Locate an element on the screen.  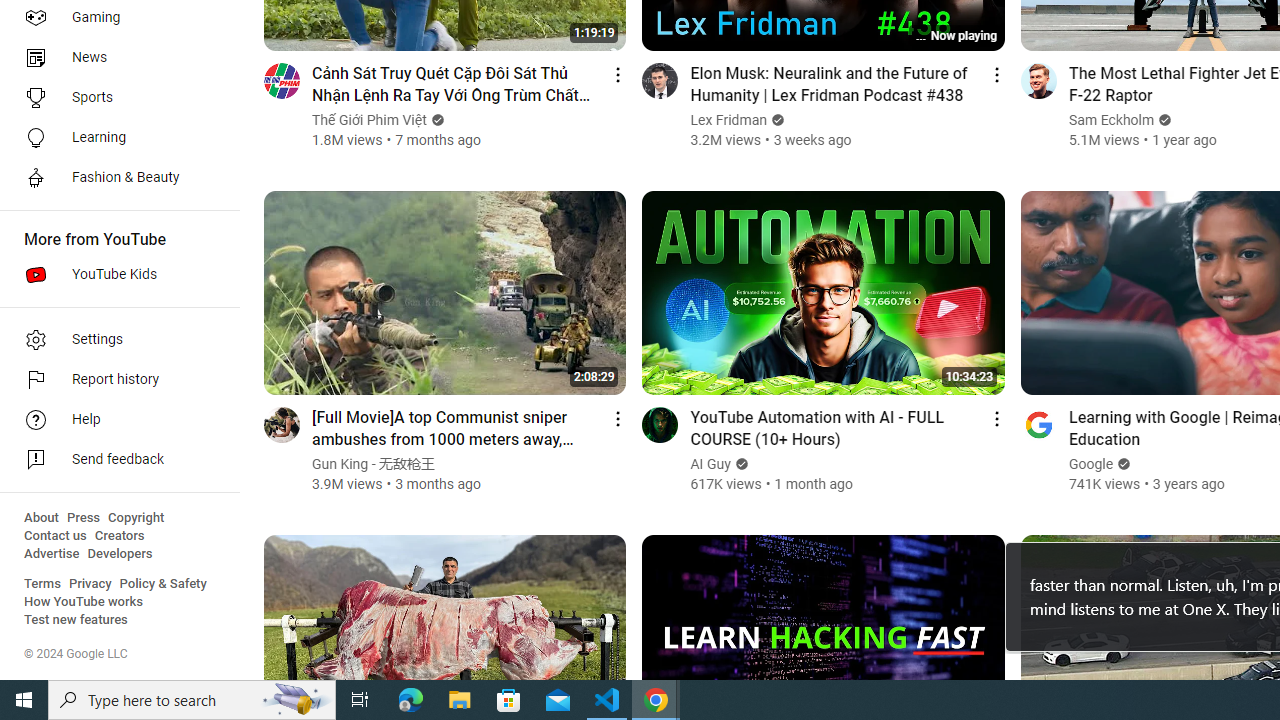
'Send feedback' is located at coordinates (112, 460).